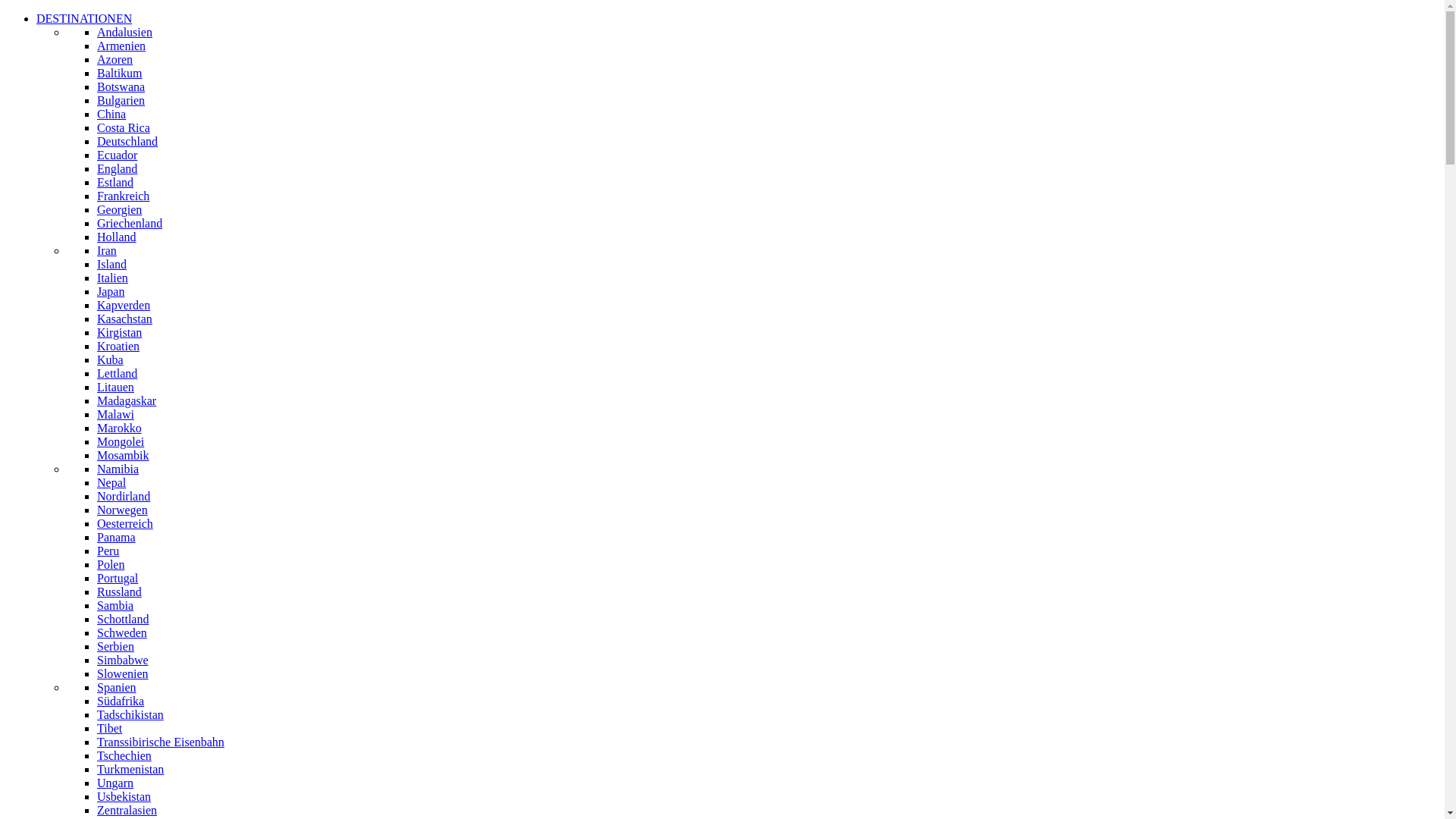 The width and height of the screenshot is (1456, 819). Describe the element at coordinates (115, 386) in the screenshot. I see `'Litauen'` at that location.